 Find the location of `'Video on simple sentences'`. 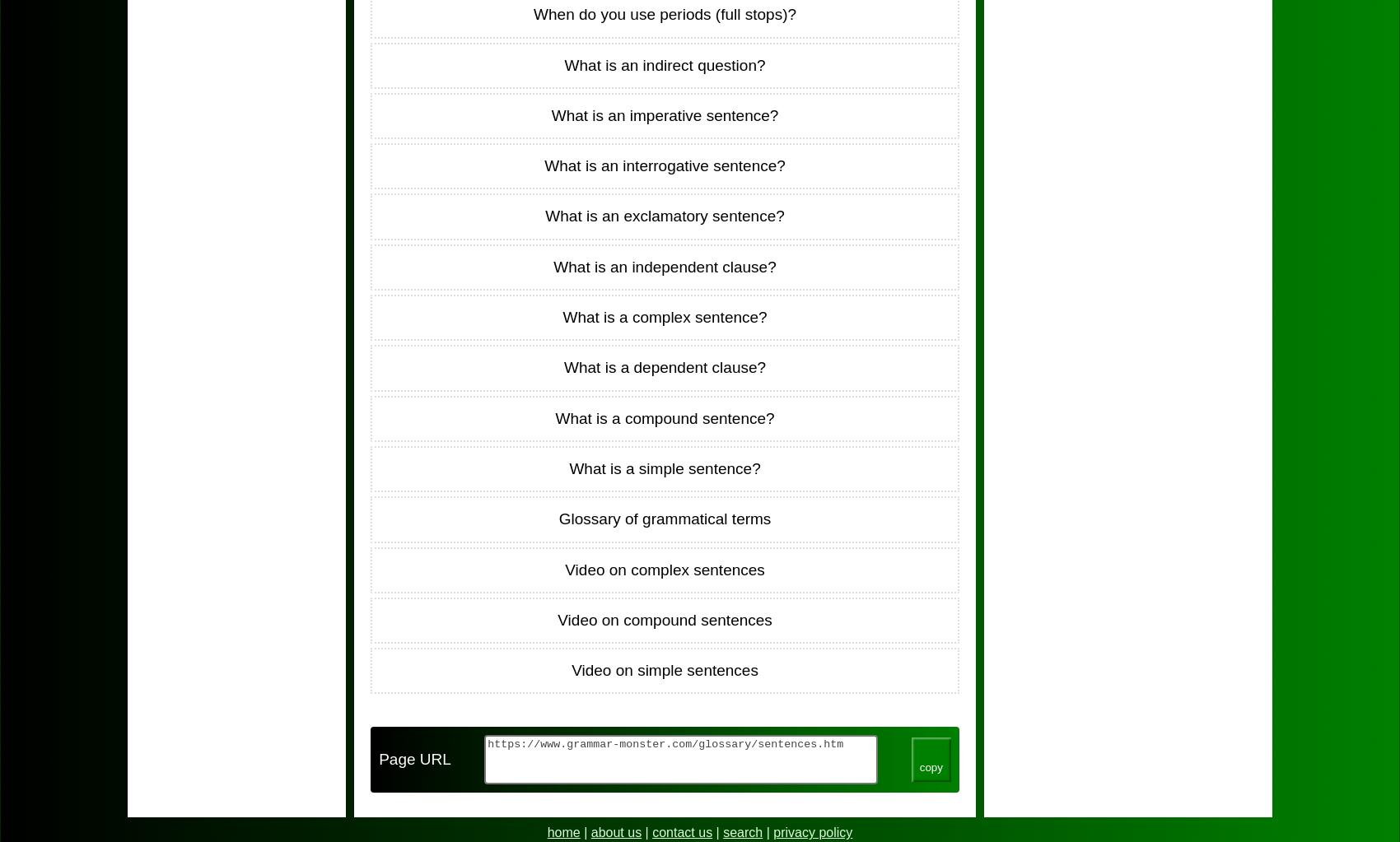

'Video on simple sentences' is located at coordinates (663, 670).